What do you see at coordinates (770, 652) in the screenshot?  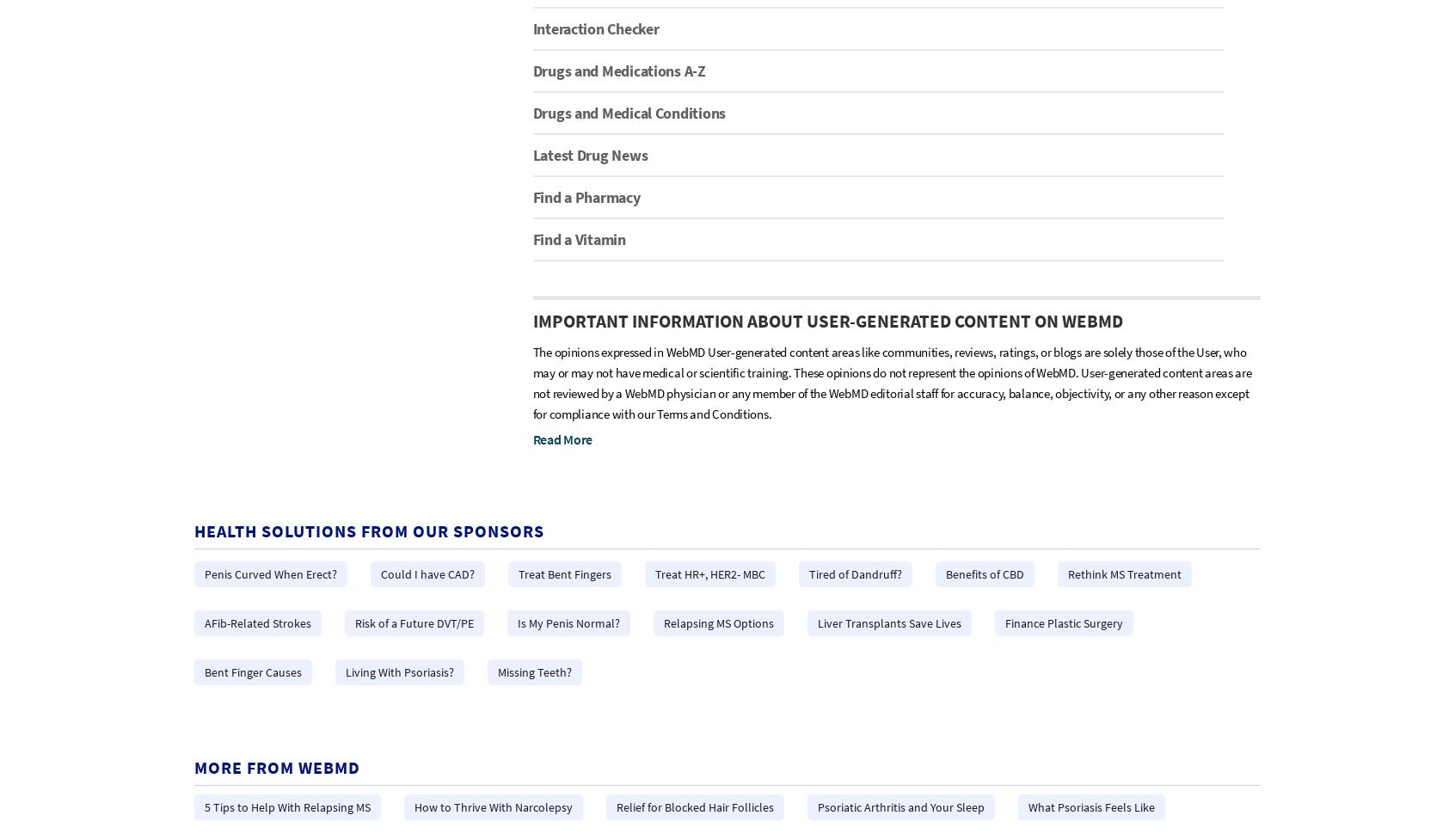 I see `'Terms of Use'` at bounding box center [770, 652].